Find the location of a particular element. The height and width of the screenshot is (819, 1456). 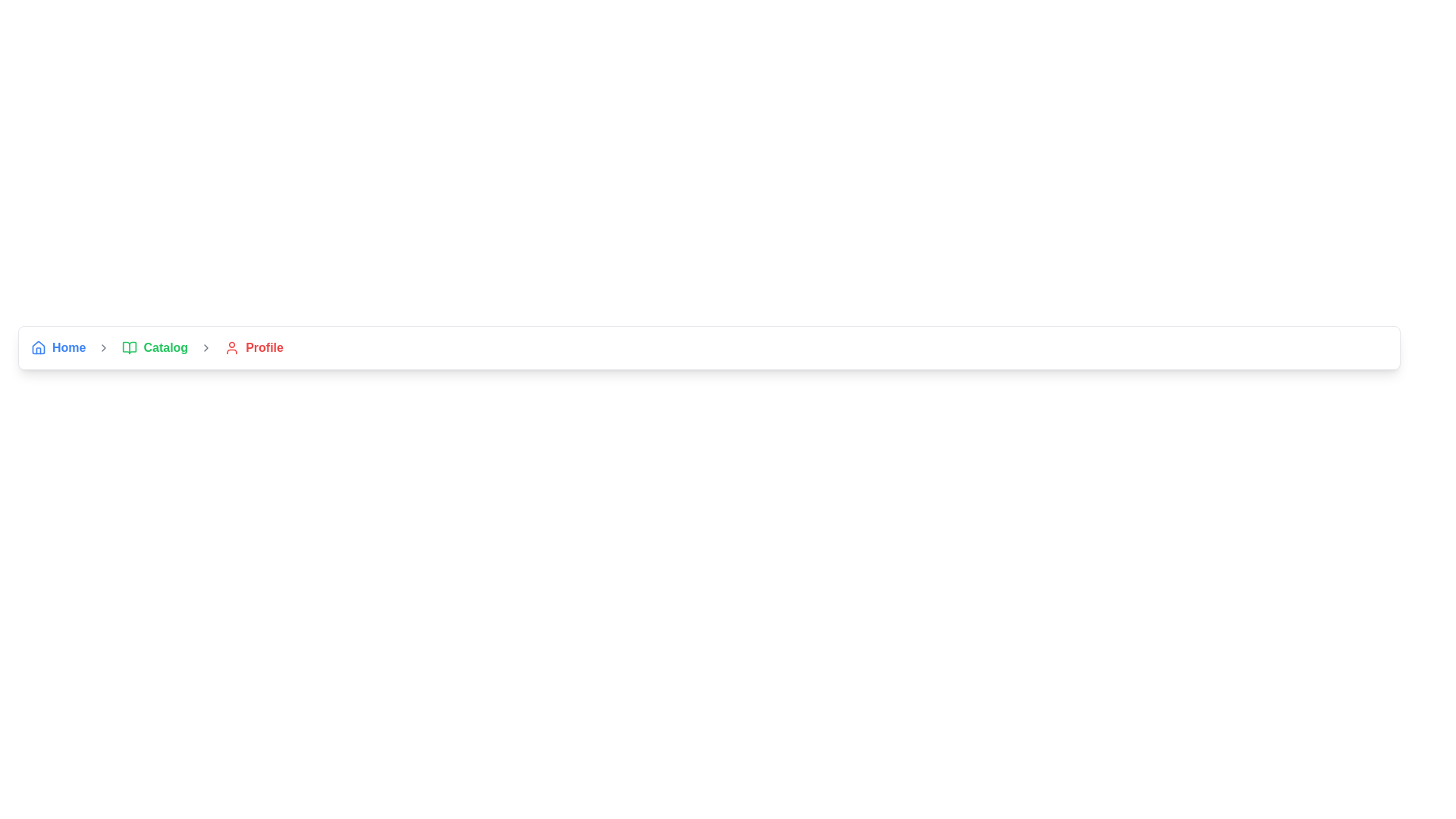

the separation icon between the 'Home' and 'Catalog' sections in the navigation row is located at coordinates (103, 348).